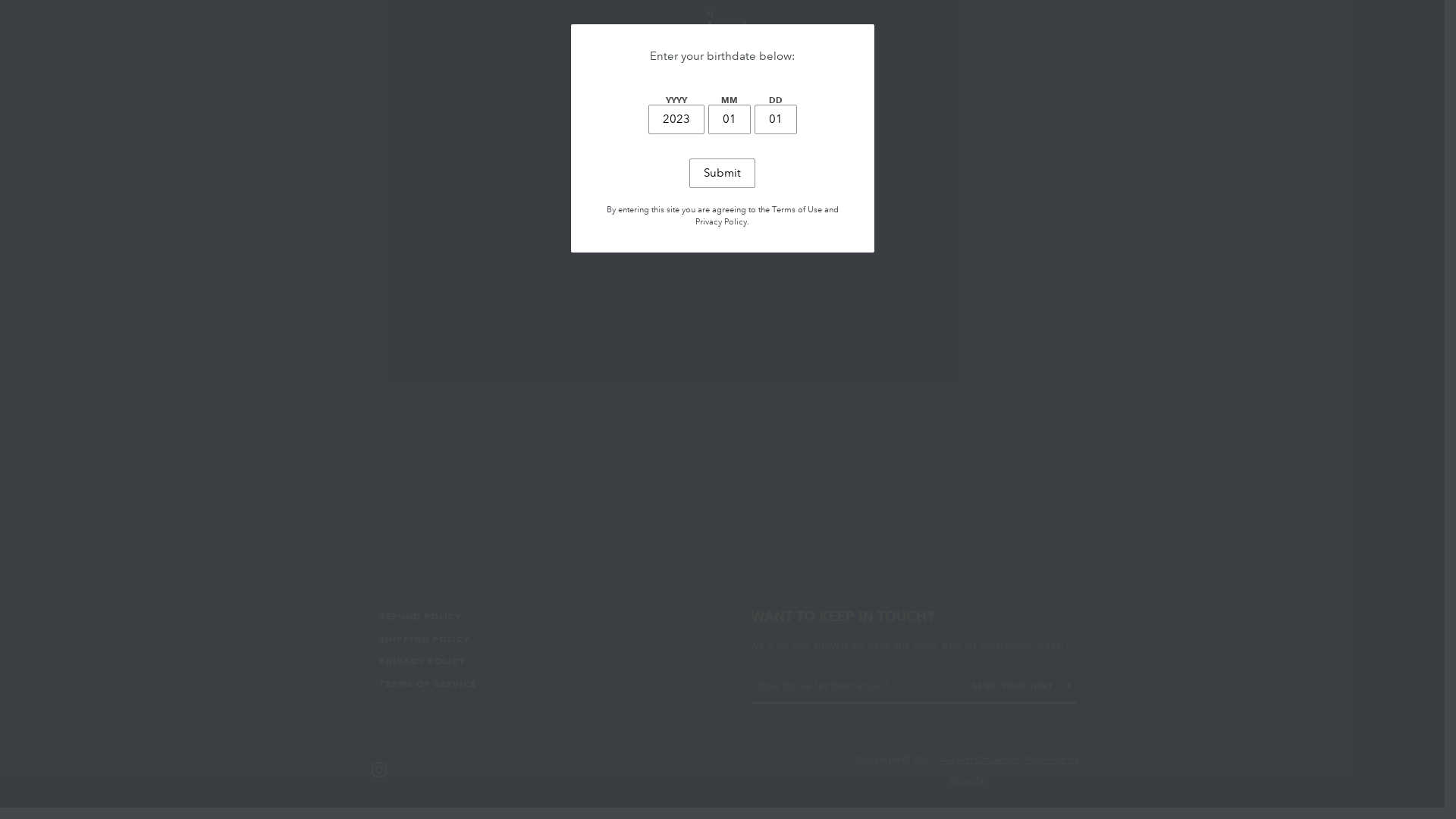  Describe the element at coordinates (1021, 685) in the screenshot. I see `'SEND YOUR HINT'` at that location.